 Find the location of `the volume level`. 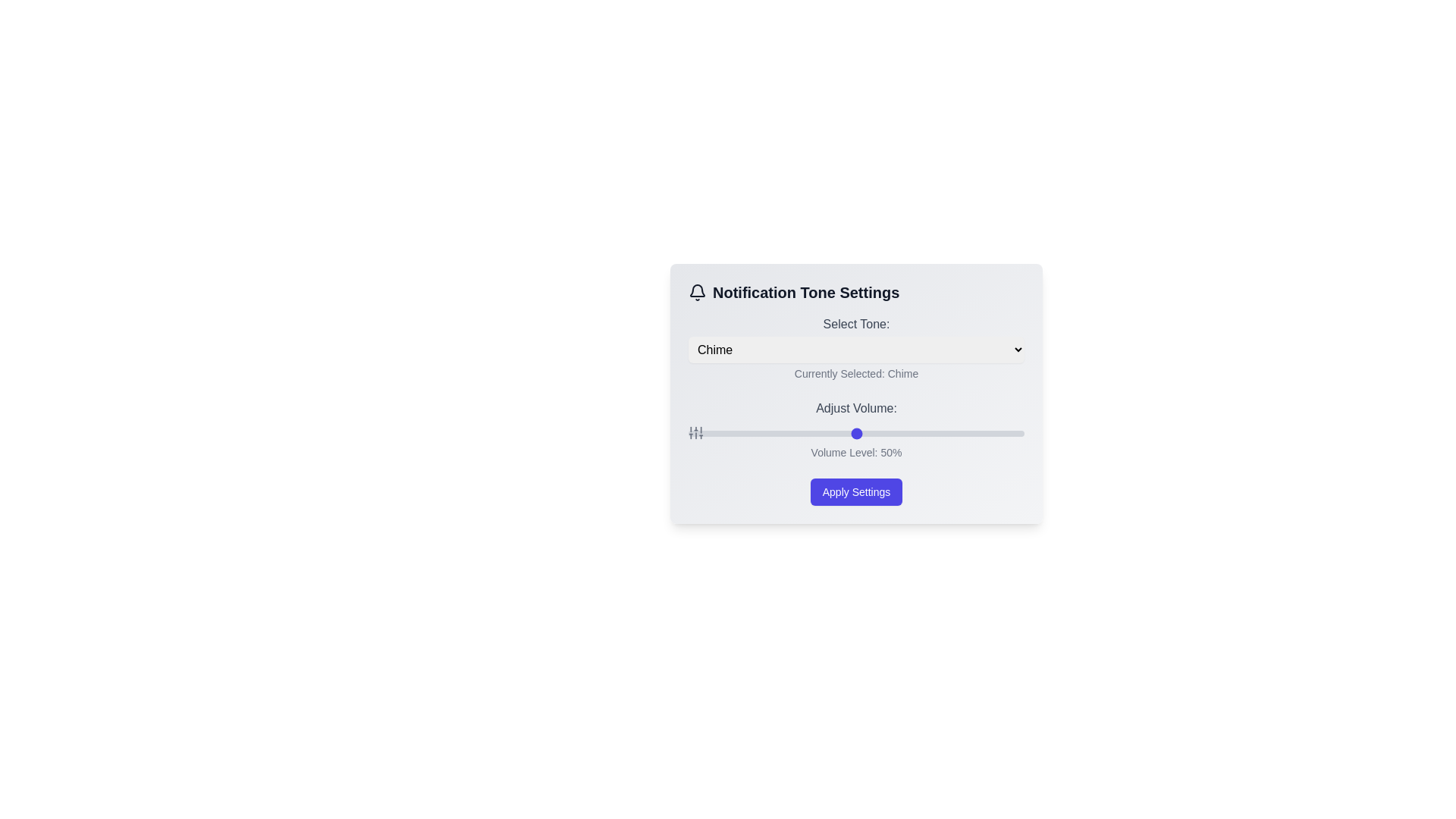

the volume level is located at coordinates (910, 433).